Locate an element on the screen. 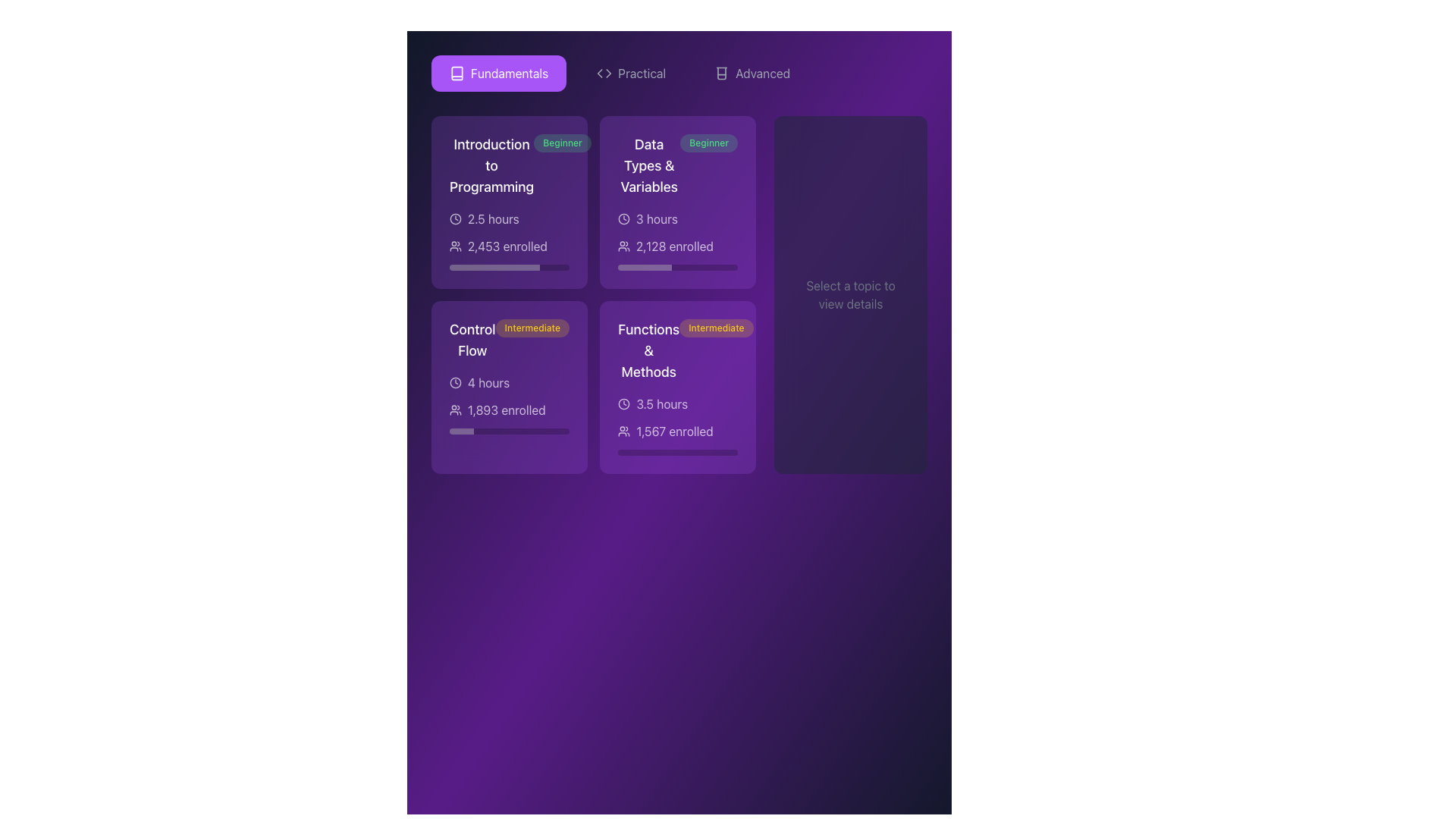  composite text label that indicates the title and difficulty level of the 'Control Flow' course, located at the center of the card in the second row and first column is located at coordinates (510, 339).